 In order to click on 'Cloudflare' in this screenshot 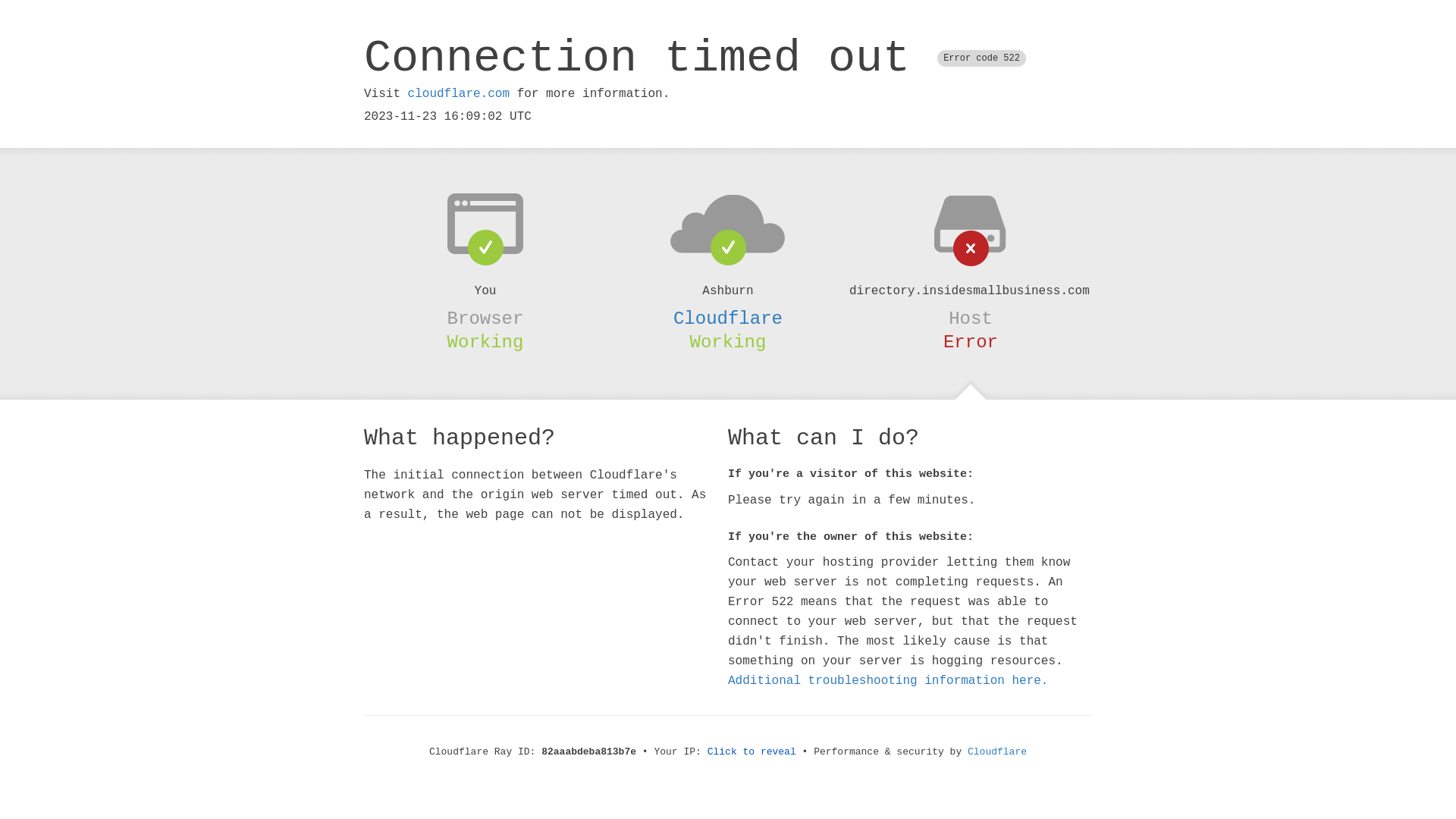, I will do `click(728, 318)`.